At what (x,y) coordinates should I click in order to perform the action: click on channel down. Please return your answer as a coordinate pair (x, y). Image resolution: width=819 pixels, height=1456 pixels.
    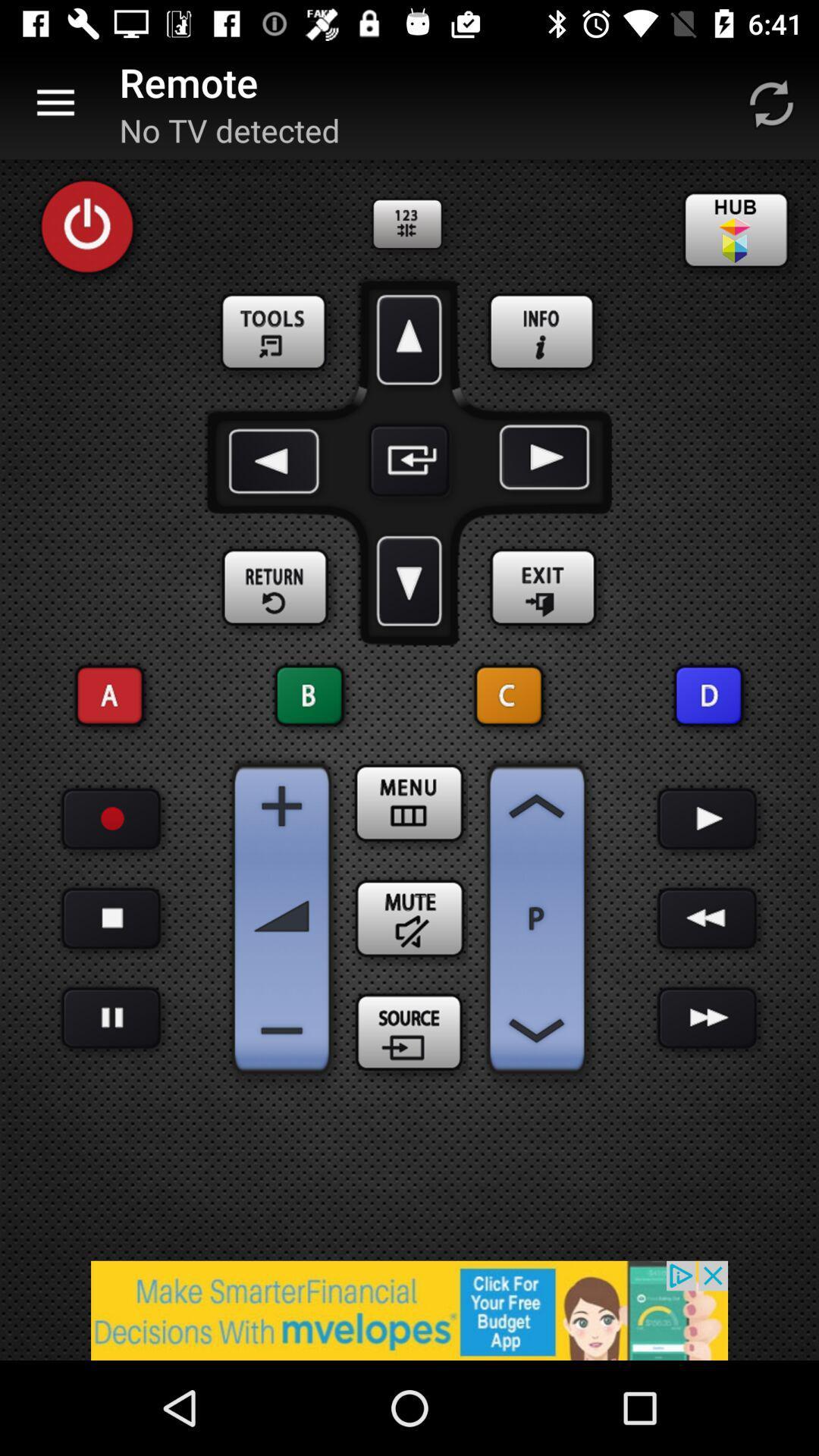
    Looking at the image, I should click on (536, 1031).